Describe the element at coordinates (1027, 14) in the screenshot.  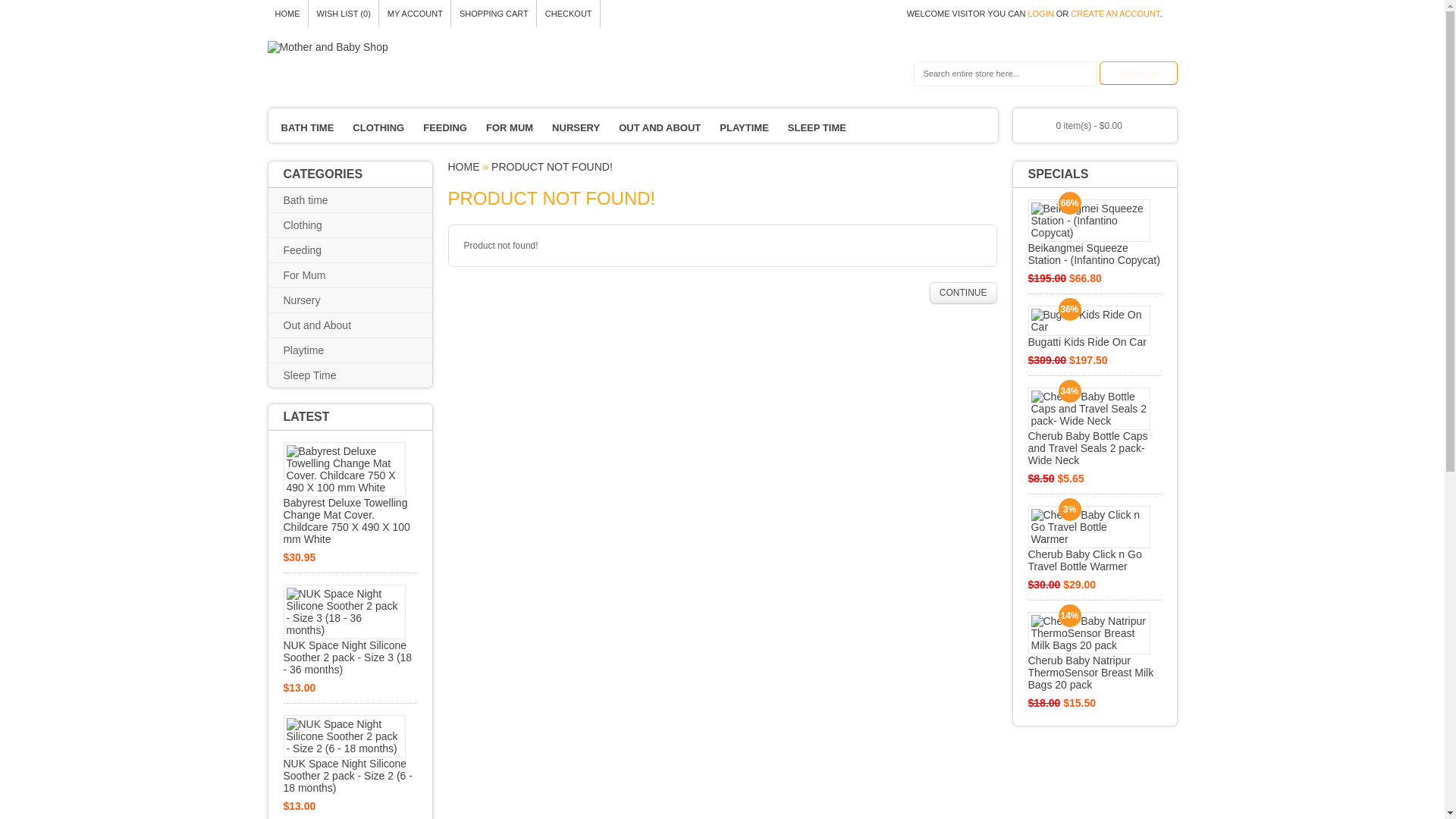
I see `'LOGIN'` at that location.